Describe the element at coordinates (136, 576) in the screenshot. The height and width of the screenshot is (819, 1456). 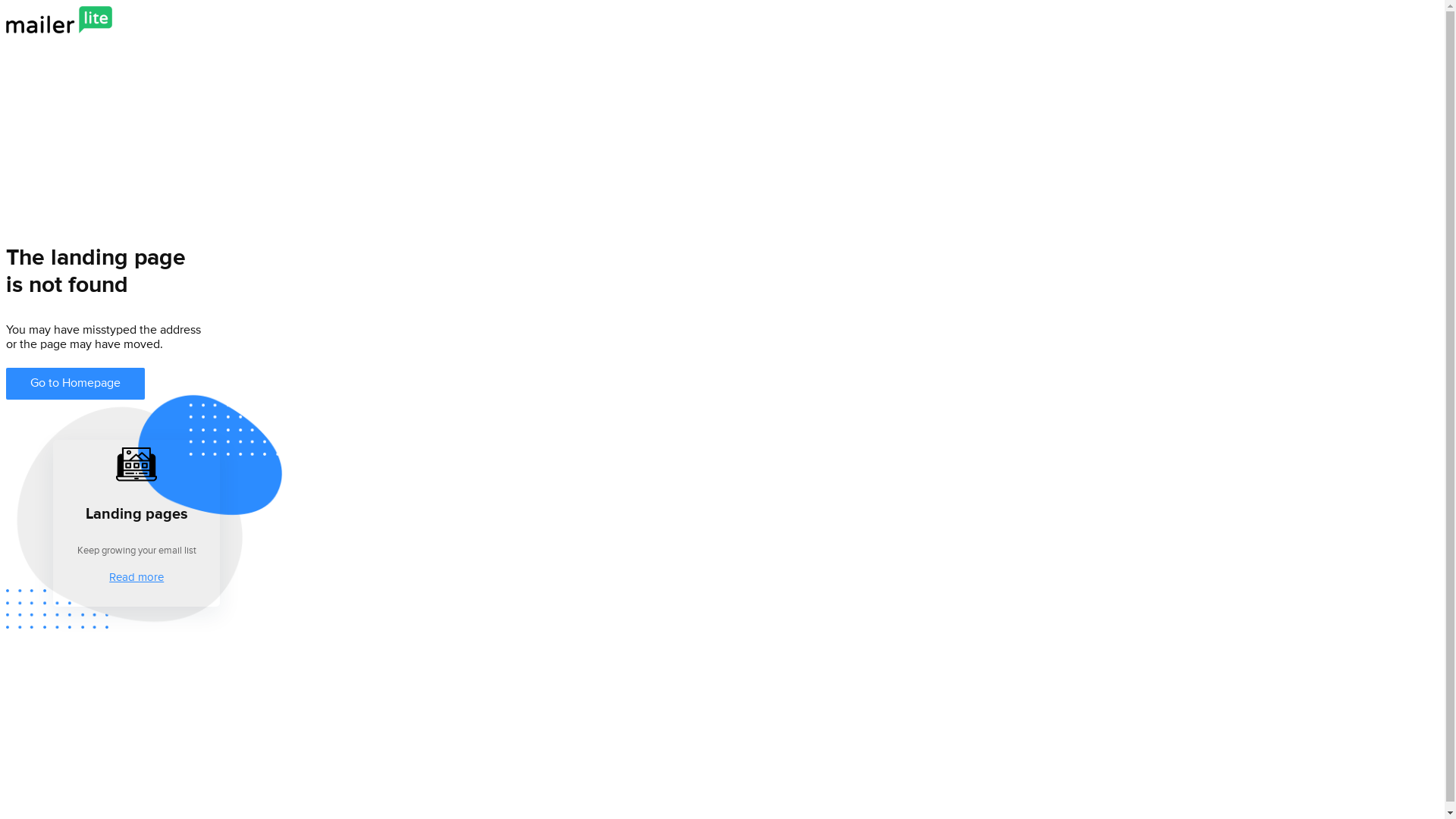
I see `'Read more'` at that location.